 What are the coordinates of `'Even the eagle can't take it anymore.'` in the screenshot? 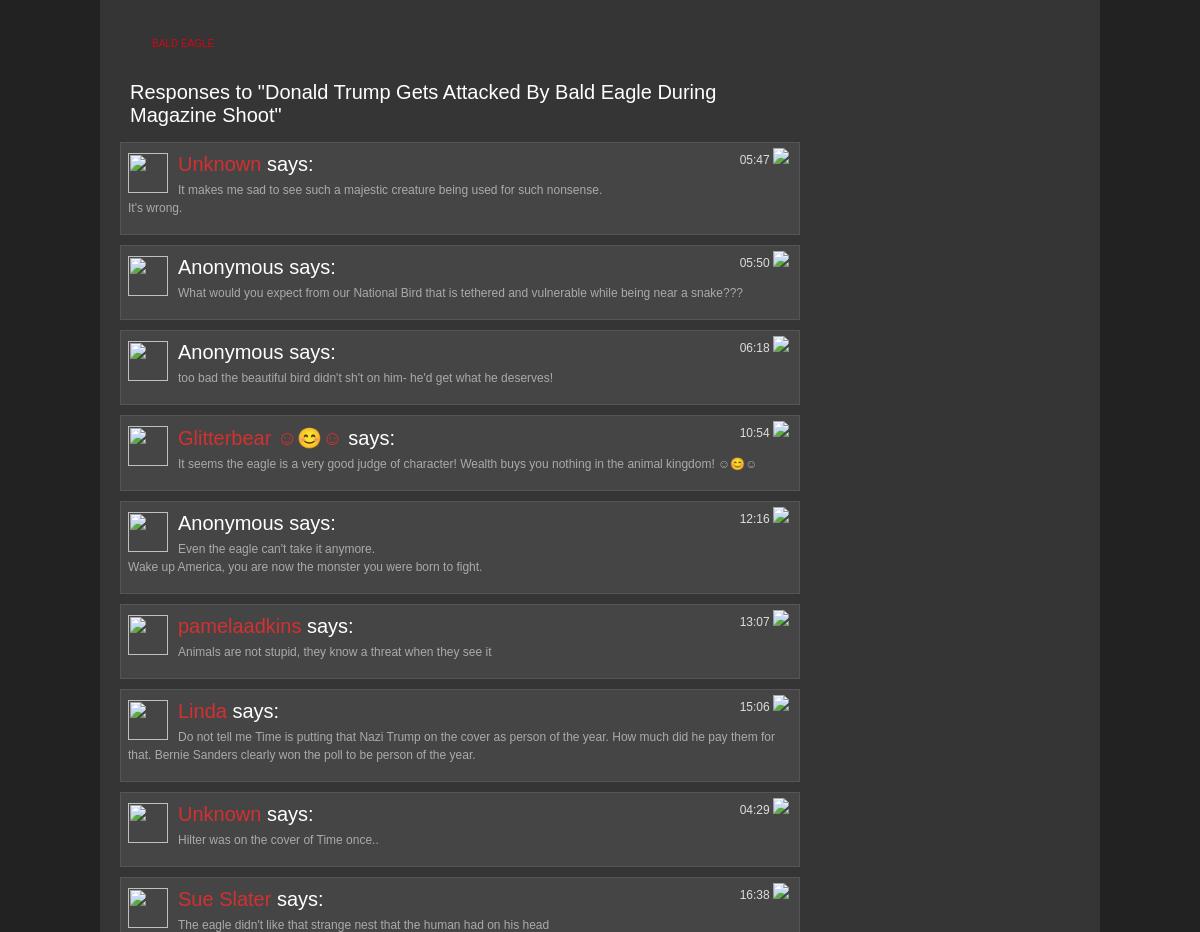 It's located at (275, 548).